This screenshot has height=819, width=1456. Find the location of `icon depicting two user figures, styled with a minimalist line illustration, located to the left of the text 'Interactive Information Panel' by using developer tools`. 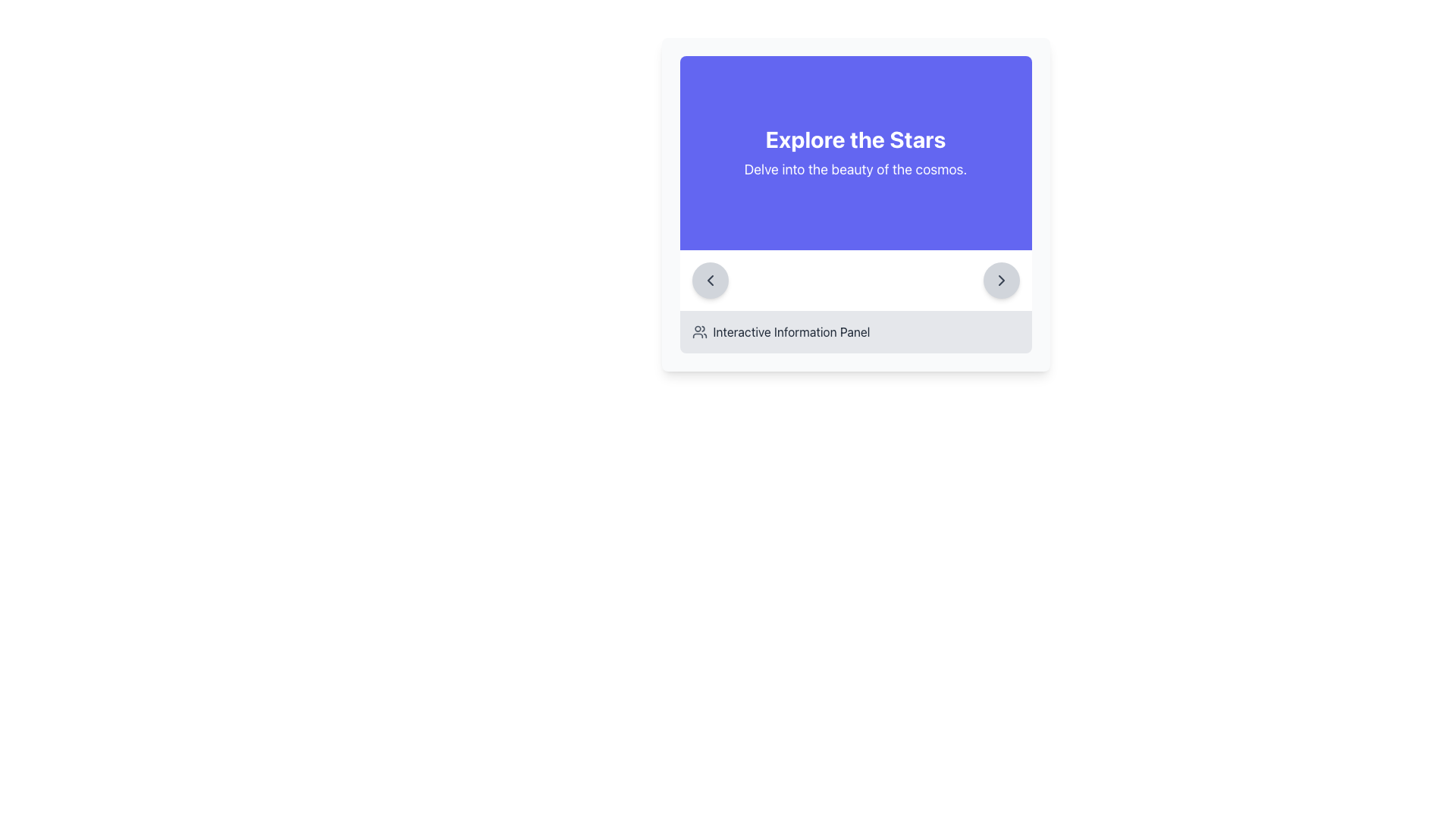

icon depicting two user figures, styled with a minimalist line illustration, located to the left of the text 'Interactive Information Panel' by using developer tools is located at coordinates (698, 331).